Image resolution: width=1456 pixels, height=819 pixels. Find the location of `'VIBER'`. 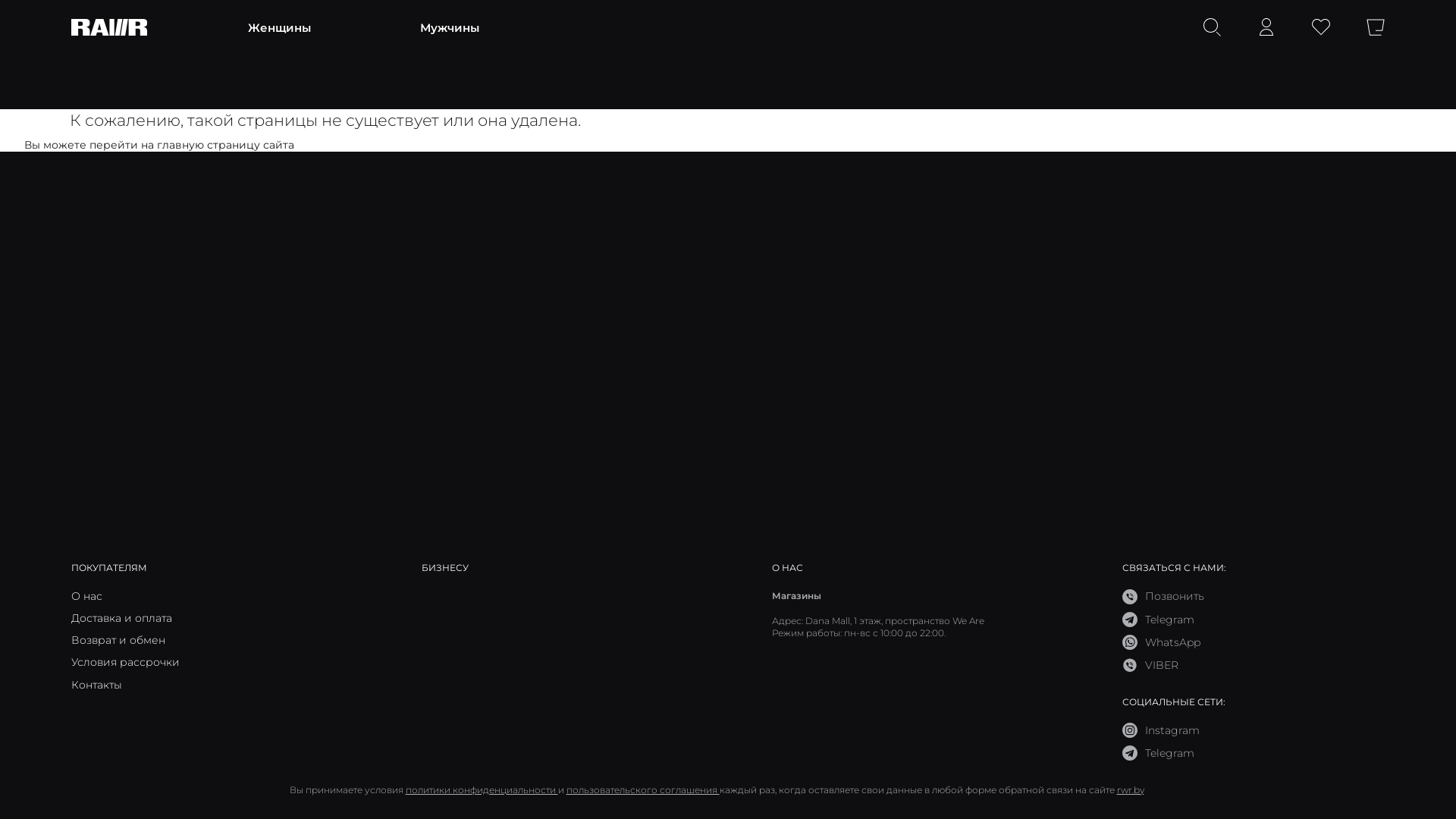

'VIBER' is located at coordinates (1150, 664).